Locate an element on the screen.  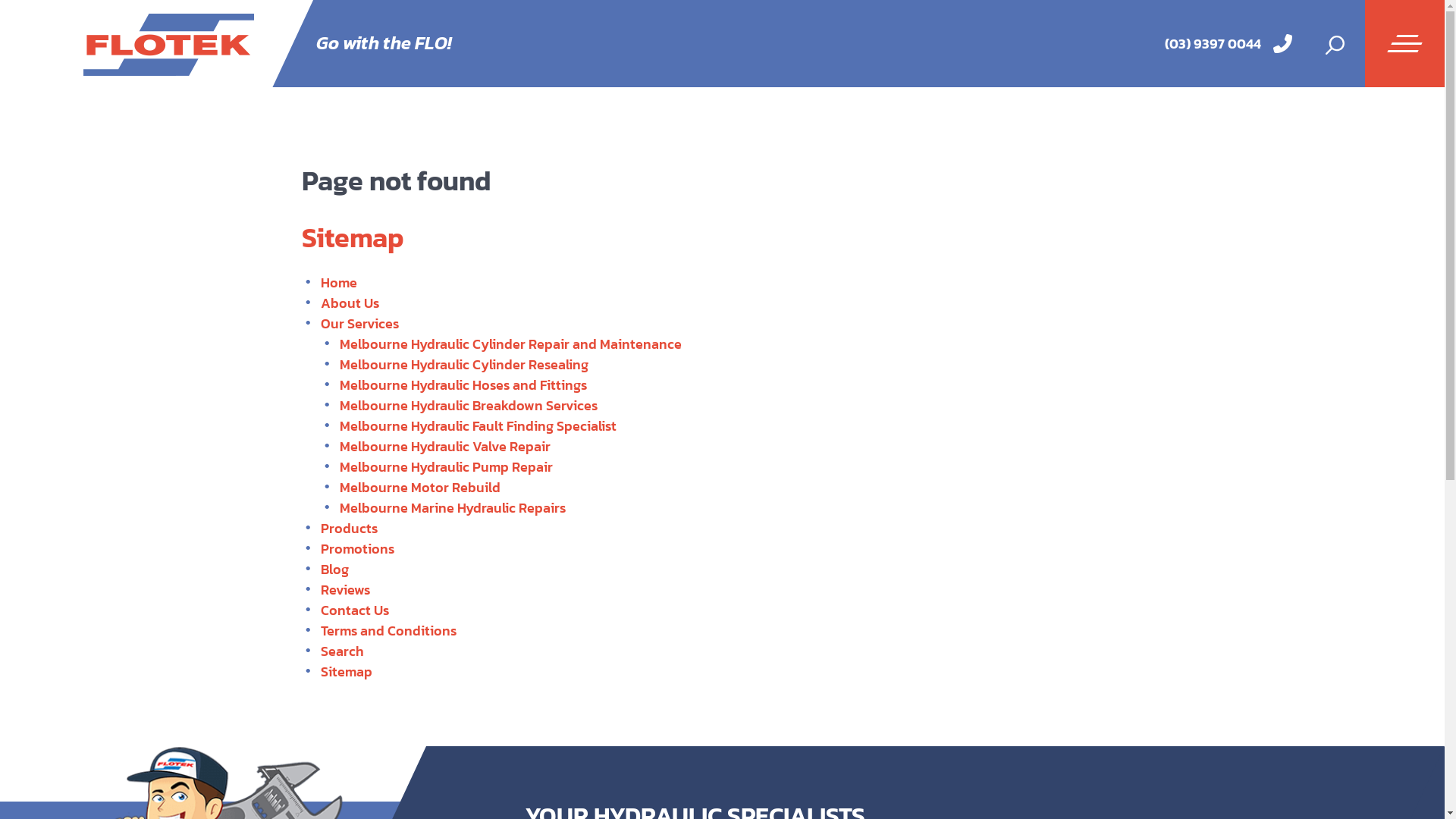
'Melbourne Motor Rebuild' is located at coordinates (419, 487).